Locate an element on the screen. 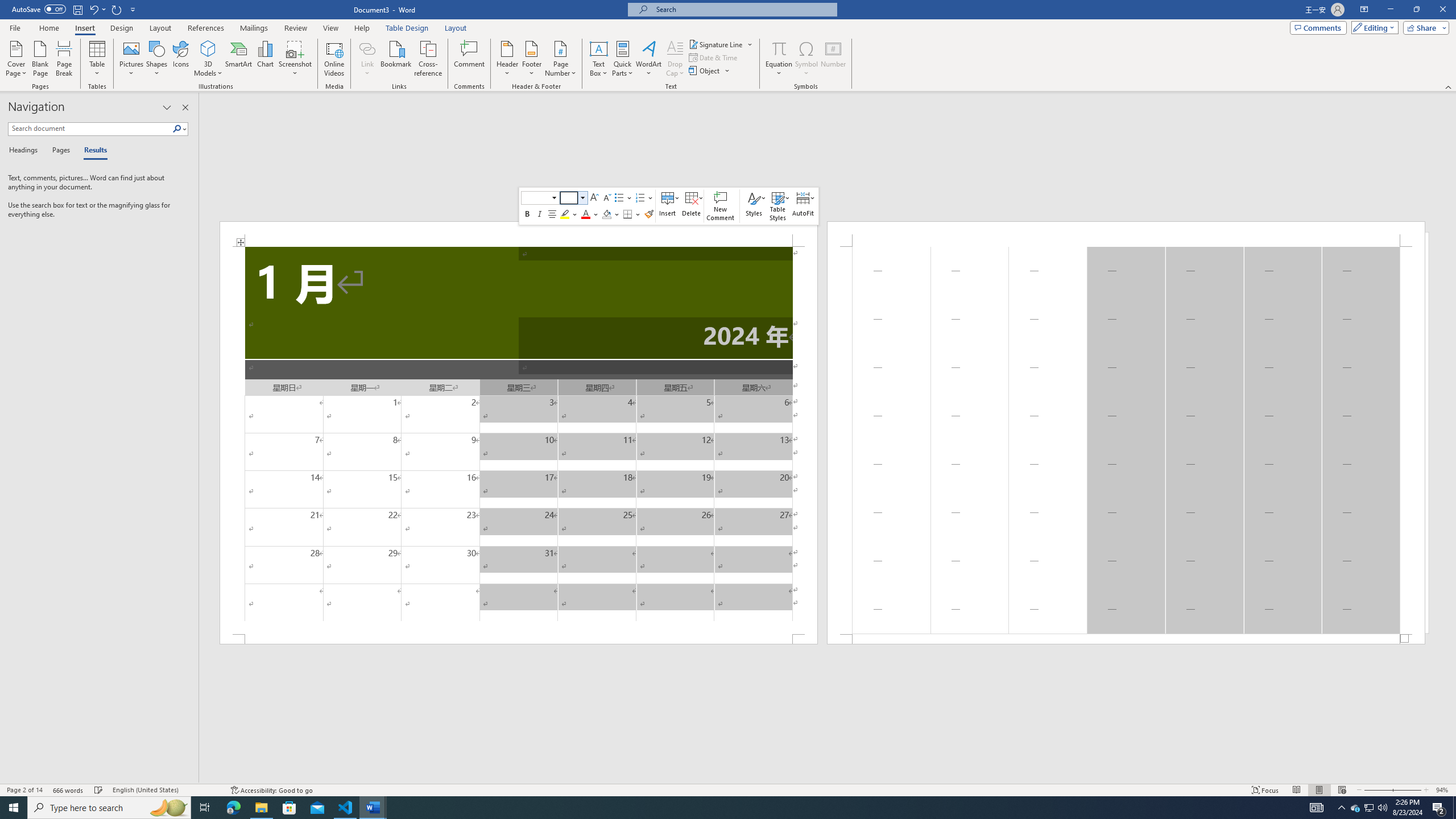 The width and height of the screenshot is (1456, 819). 'Font Color Red' is located at coordinates (586, 213).